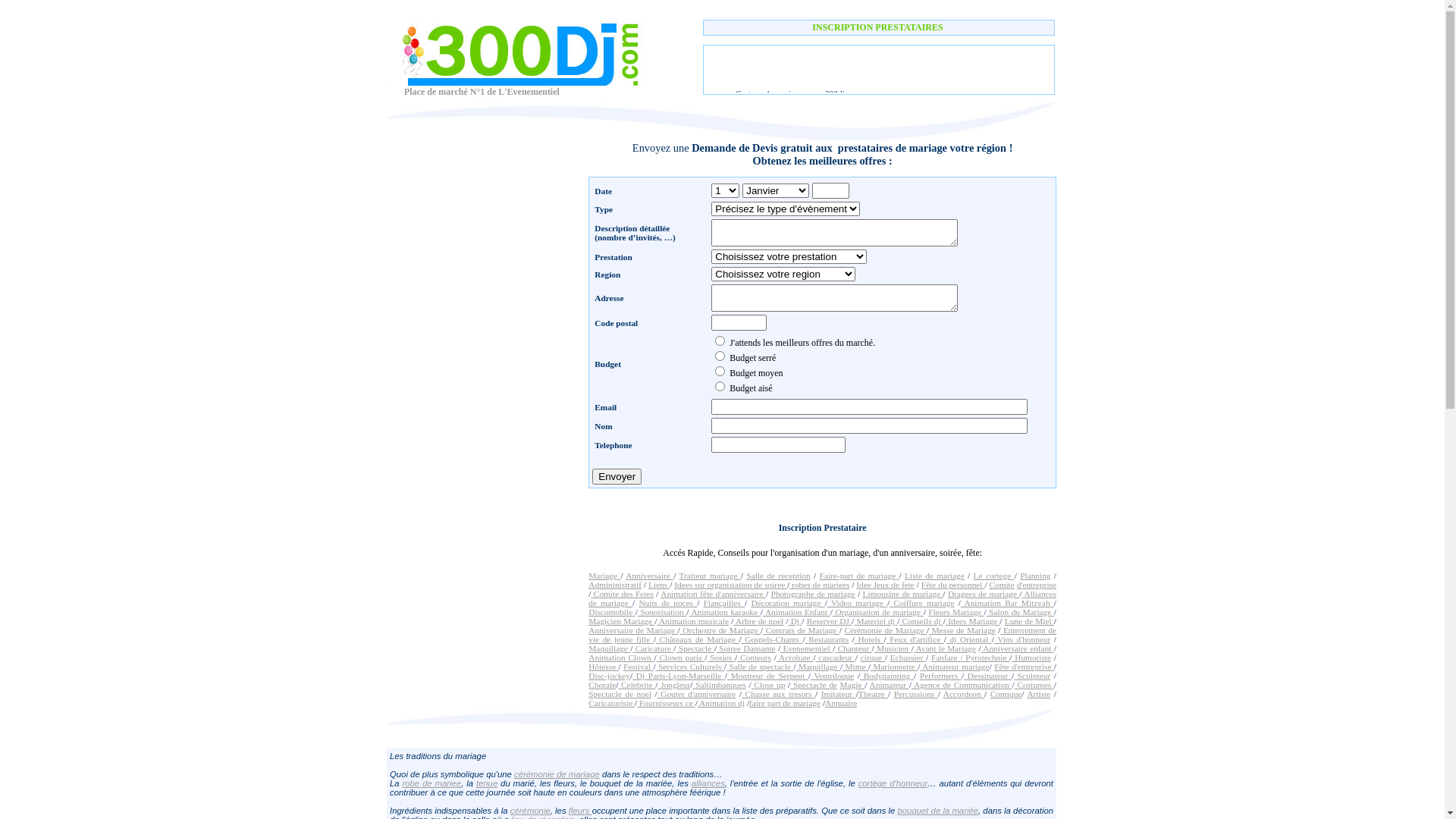 This screenshot has width=1456, height=819. Describe the element at coordinates (588, 657) in the screenshot. I see `'Animation Clown'` at that location.